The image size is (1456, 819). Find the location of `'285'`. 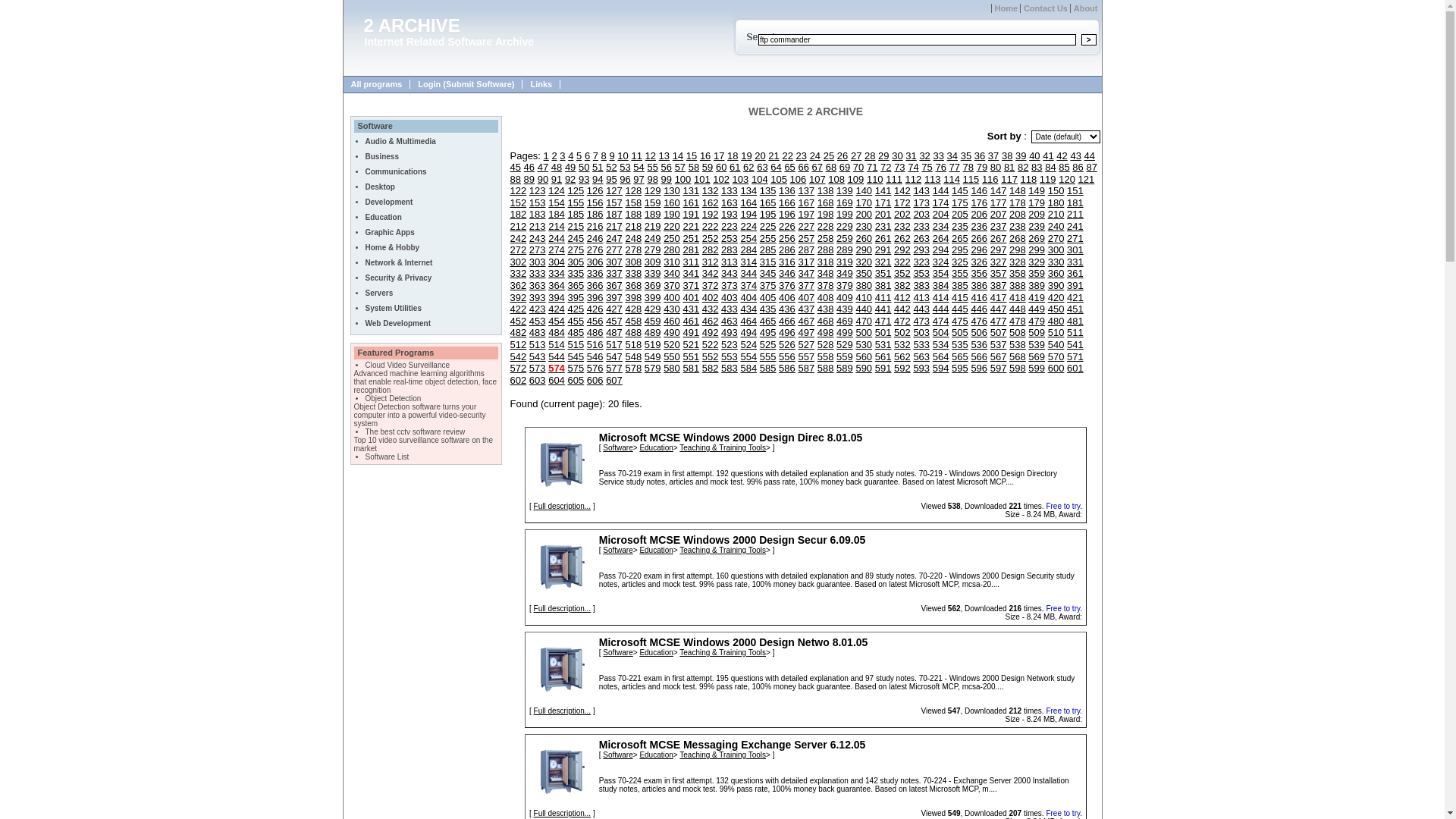

'285' is located at coordinates (767, 249).